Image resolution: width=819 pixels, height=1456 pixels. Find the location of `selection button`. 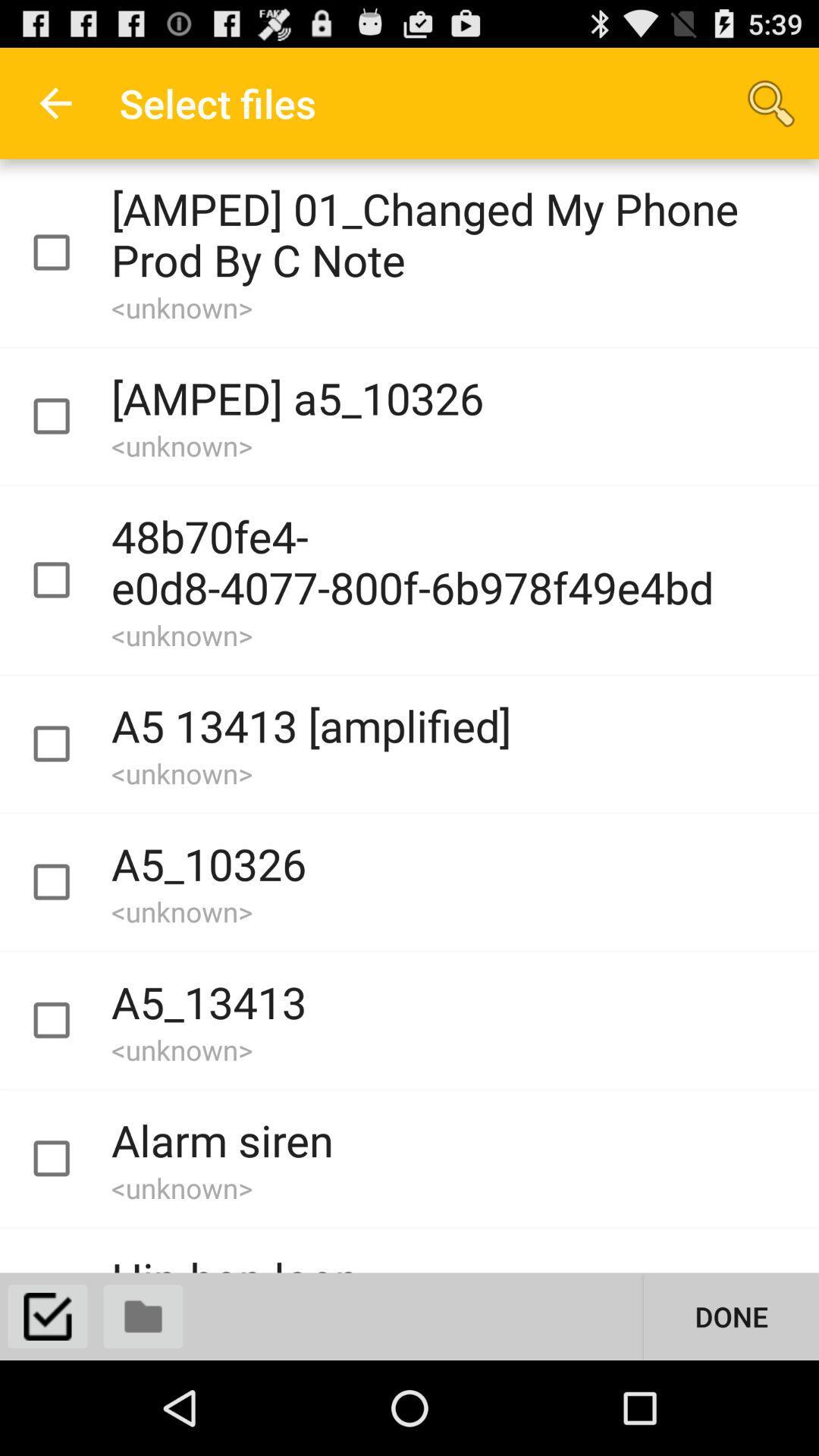

selection button is located at coordinates (46, 1316).